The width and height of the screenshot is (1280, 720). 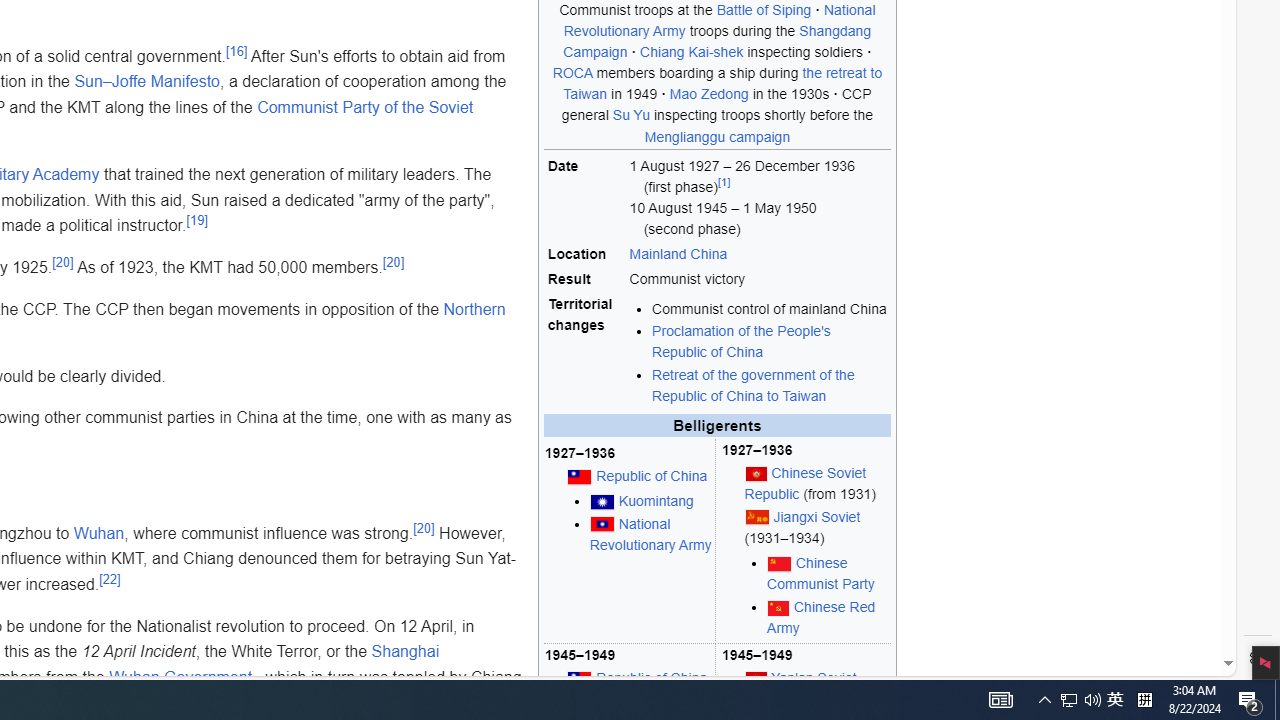 I want to click on 'Wuhan Government', so click(x=181, y=676).